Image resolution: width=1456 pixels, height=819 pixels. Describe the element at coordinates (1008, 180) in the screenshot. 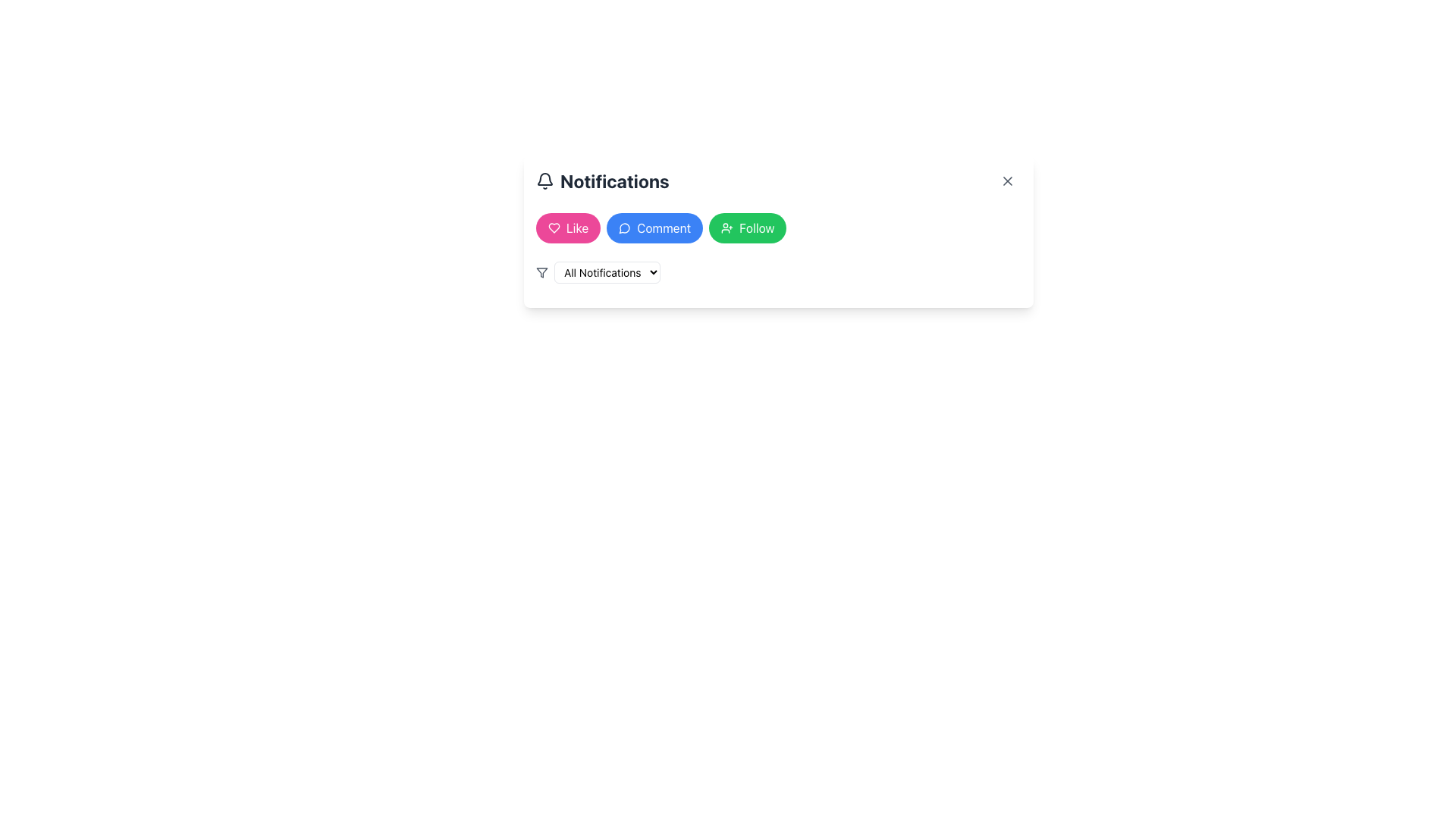

I see `the close icon located in the top-right corner of the white notification card` at that location.